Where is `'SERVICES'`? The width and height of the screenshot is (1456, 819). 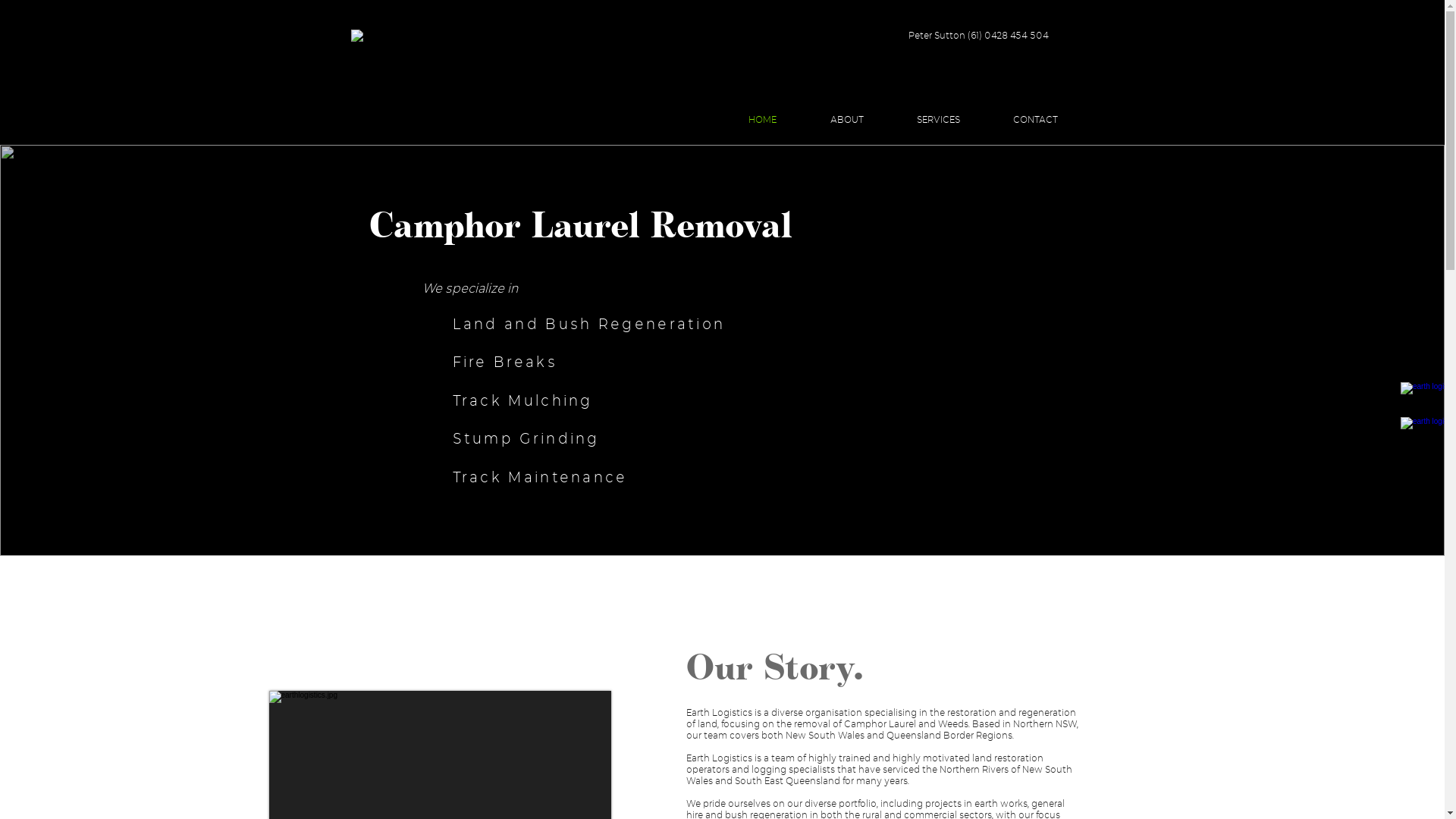
'SERVICES' is located at coordinates (937, 119).